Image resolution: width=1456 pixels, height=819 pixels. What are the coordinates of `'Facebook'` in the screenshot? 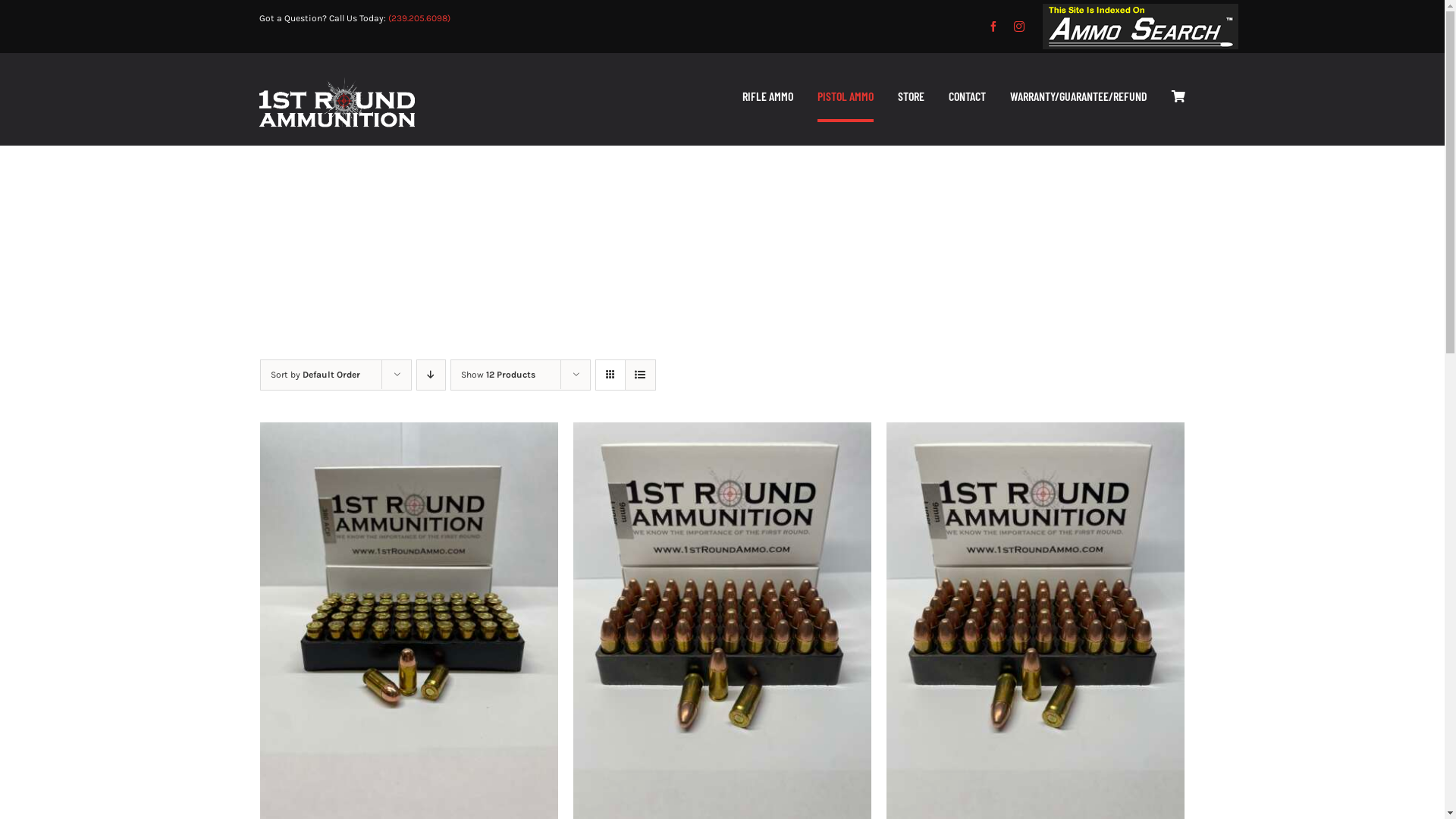 It's located at (993, 26).